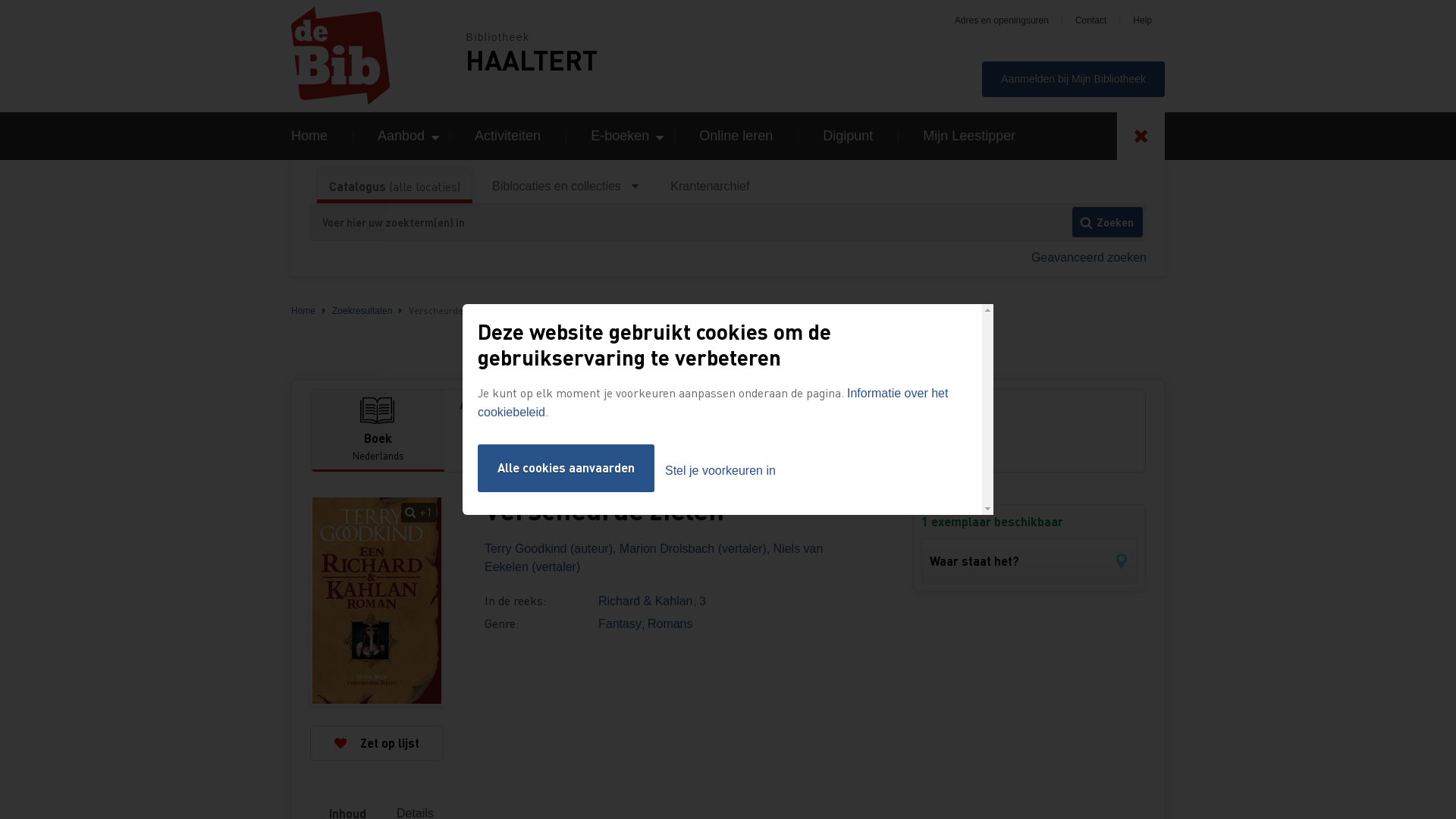 This screenshot has width=1456, height=819. What do you see at coordinates (1031, 256) in the screenshot?
I see `'Geavanceerd zoeken'` at bounding box center [1031, 256].